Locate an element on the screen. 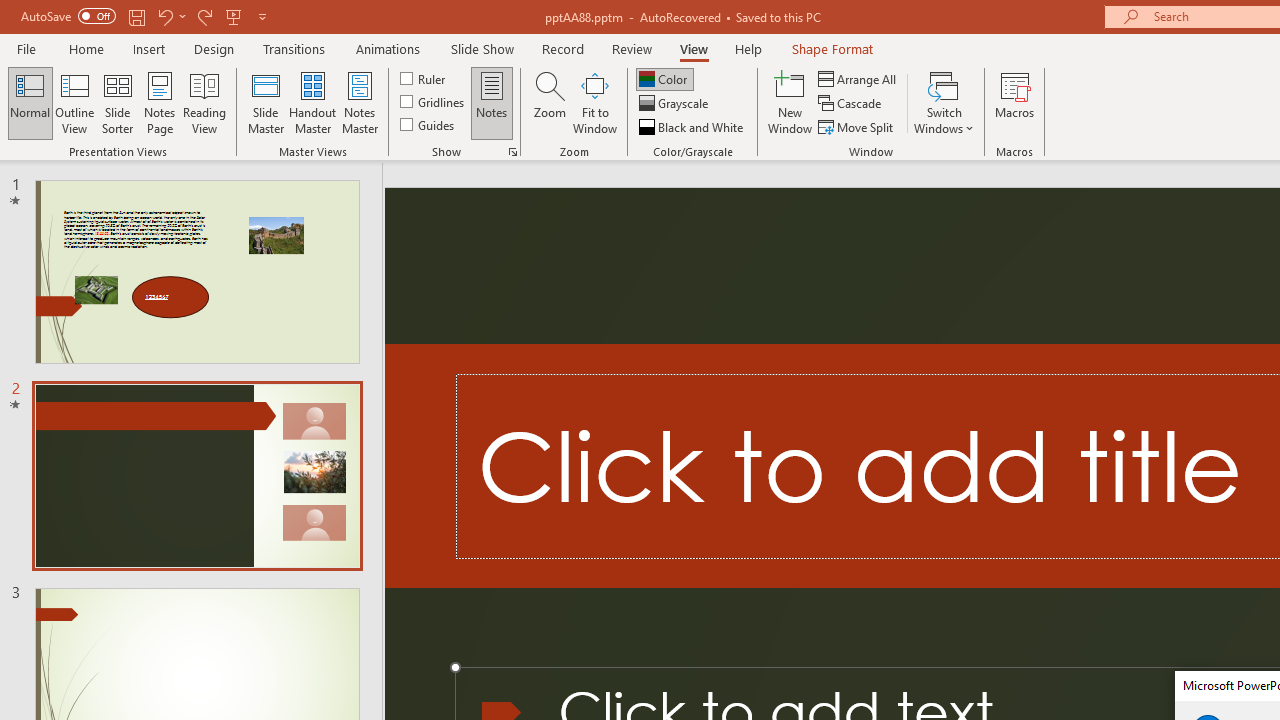 The image size is (1280, 720). 'Fit to Window' is located at coordinates (594, 103).